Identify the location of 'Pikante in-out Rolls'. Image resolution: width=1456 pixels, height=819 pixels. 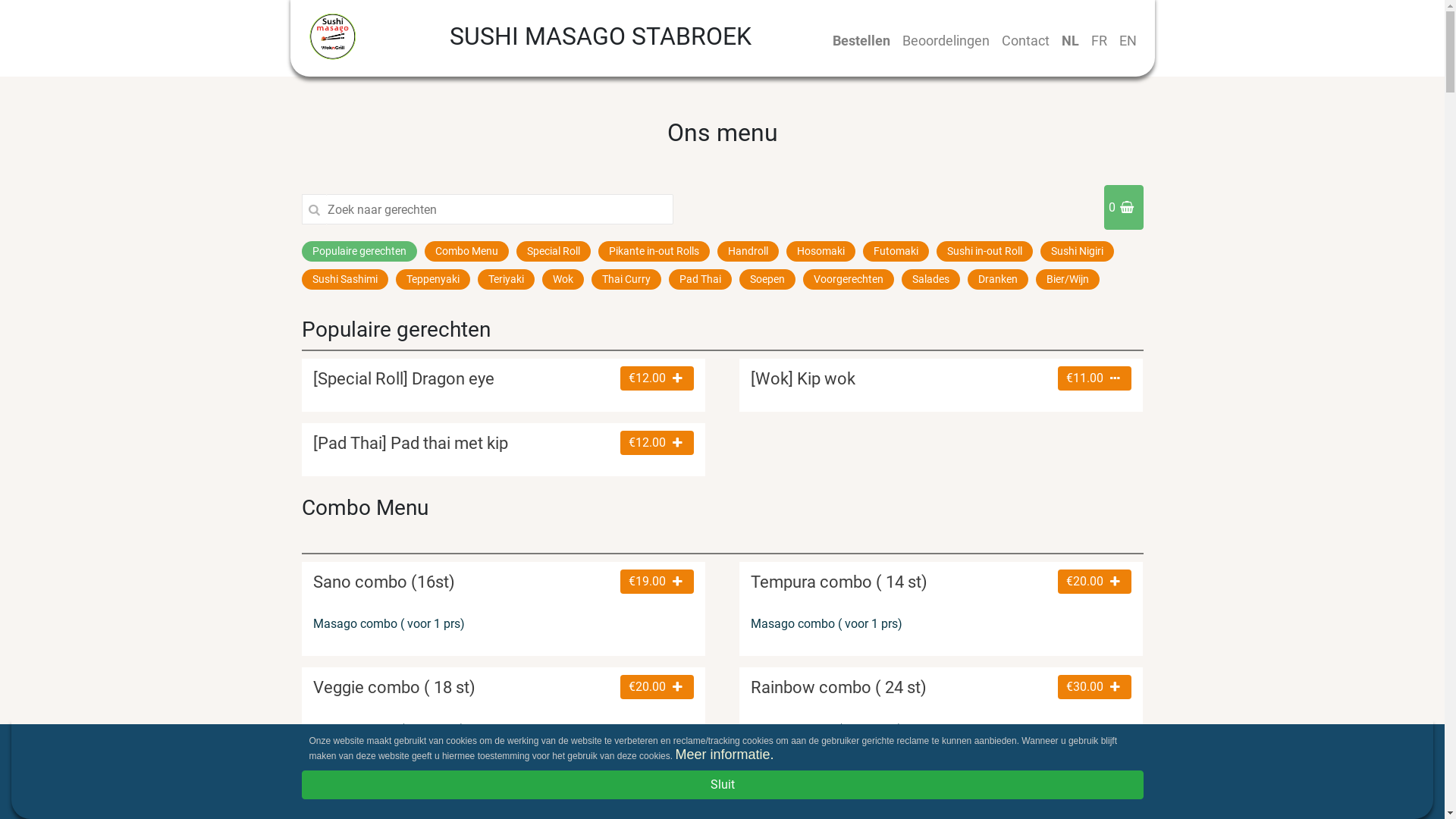
(653, 250).